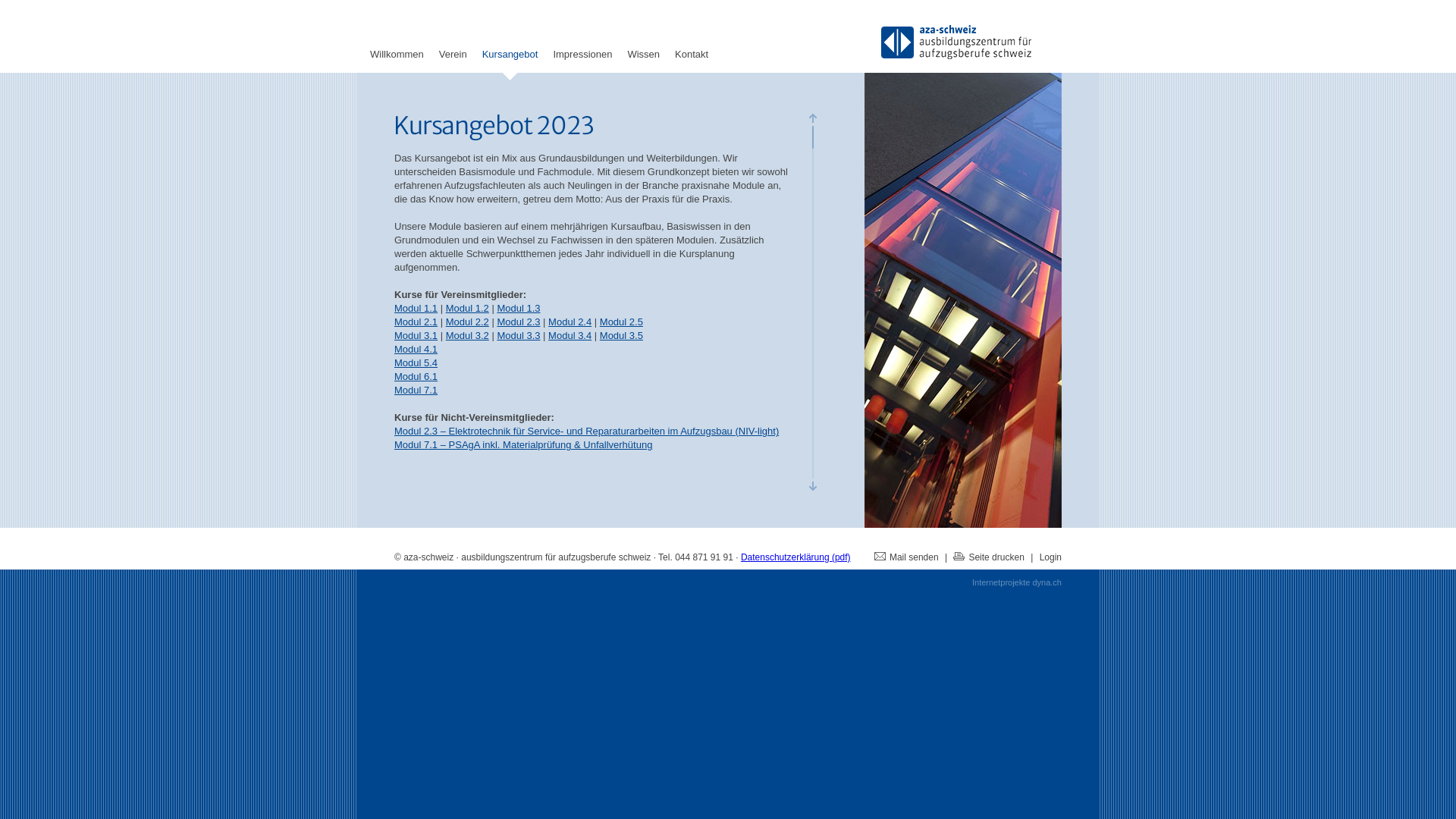  What do you see at coordinates (445, 334) in the screenshot?
I see `'Modul 3.2'` at bounding box center [445, 334].